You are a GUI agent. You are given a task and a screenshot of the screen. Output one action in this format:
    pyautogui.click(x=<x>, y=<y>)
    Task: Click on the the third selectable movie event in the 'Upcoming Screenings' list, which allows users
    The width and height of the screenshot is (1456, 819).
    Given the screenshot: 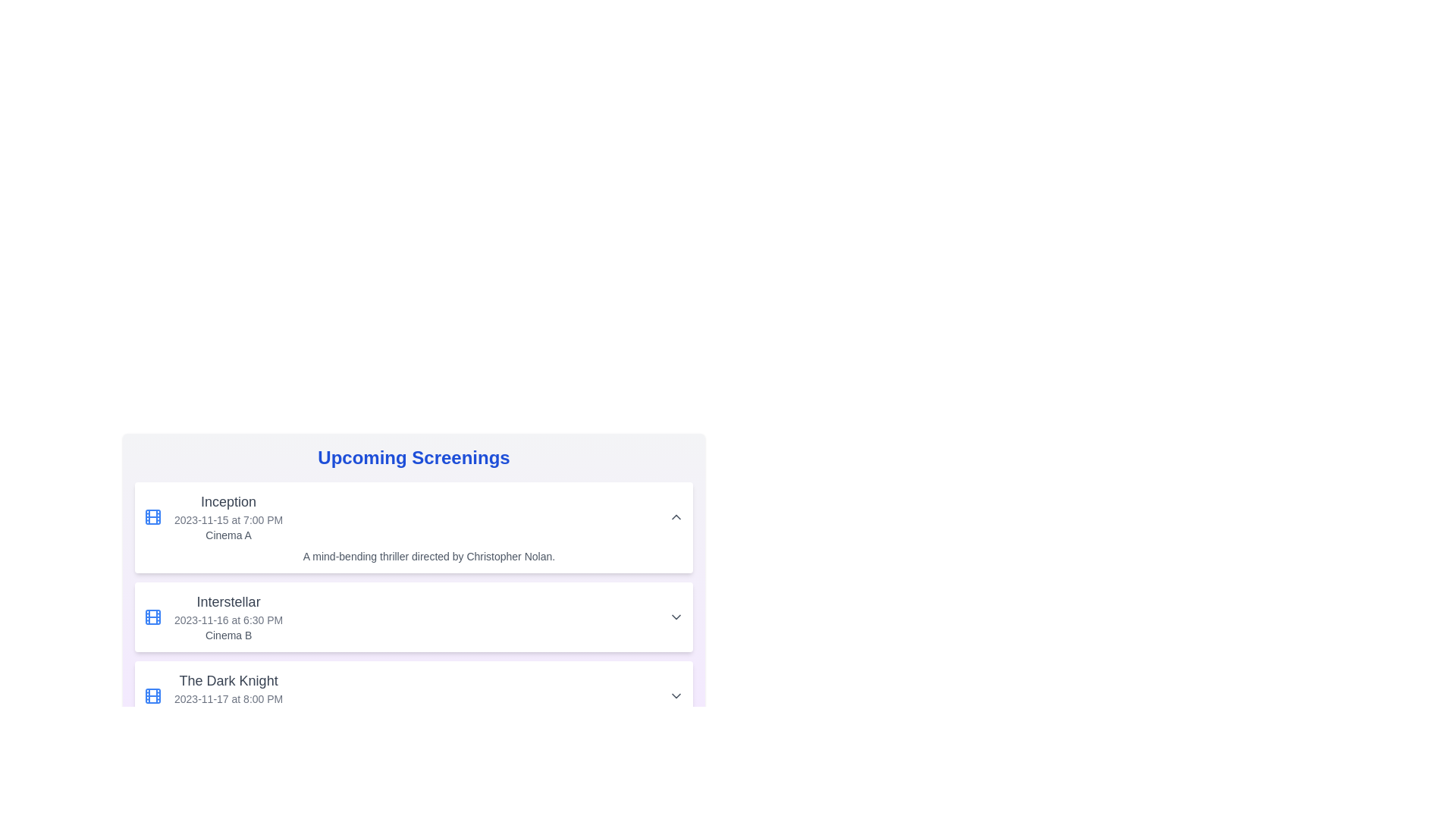 What is the action you would take?
    pyautogui.click(x=414, y=696)
    